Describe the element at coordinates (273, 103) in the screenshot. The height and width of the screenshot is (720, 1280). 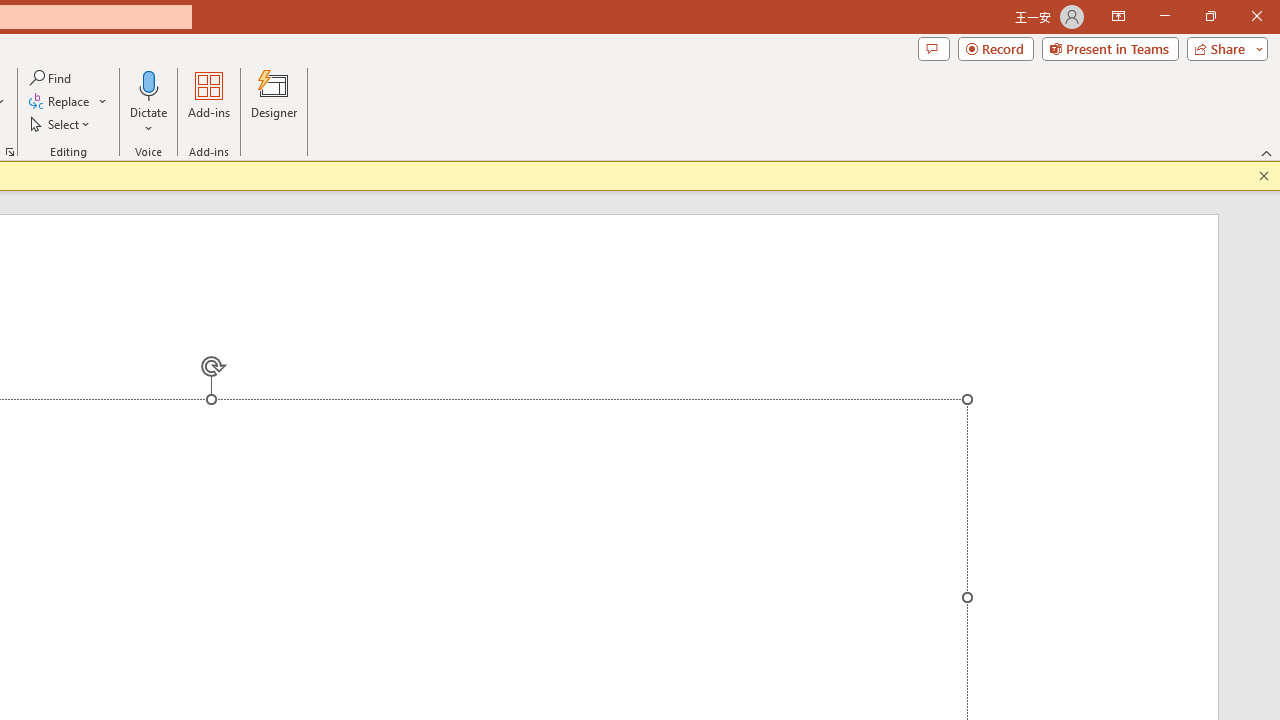
I see `'Designer'` at that location.